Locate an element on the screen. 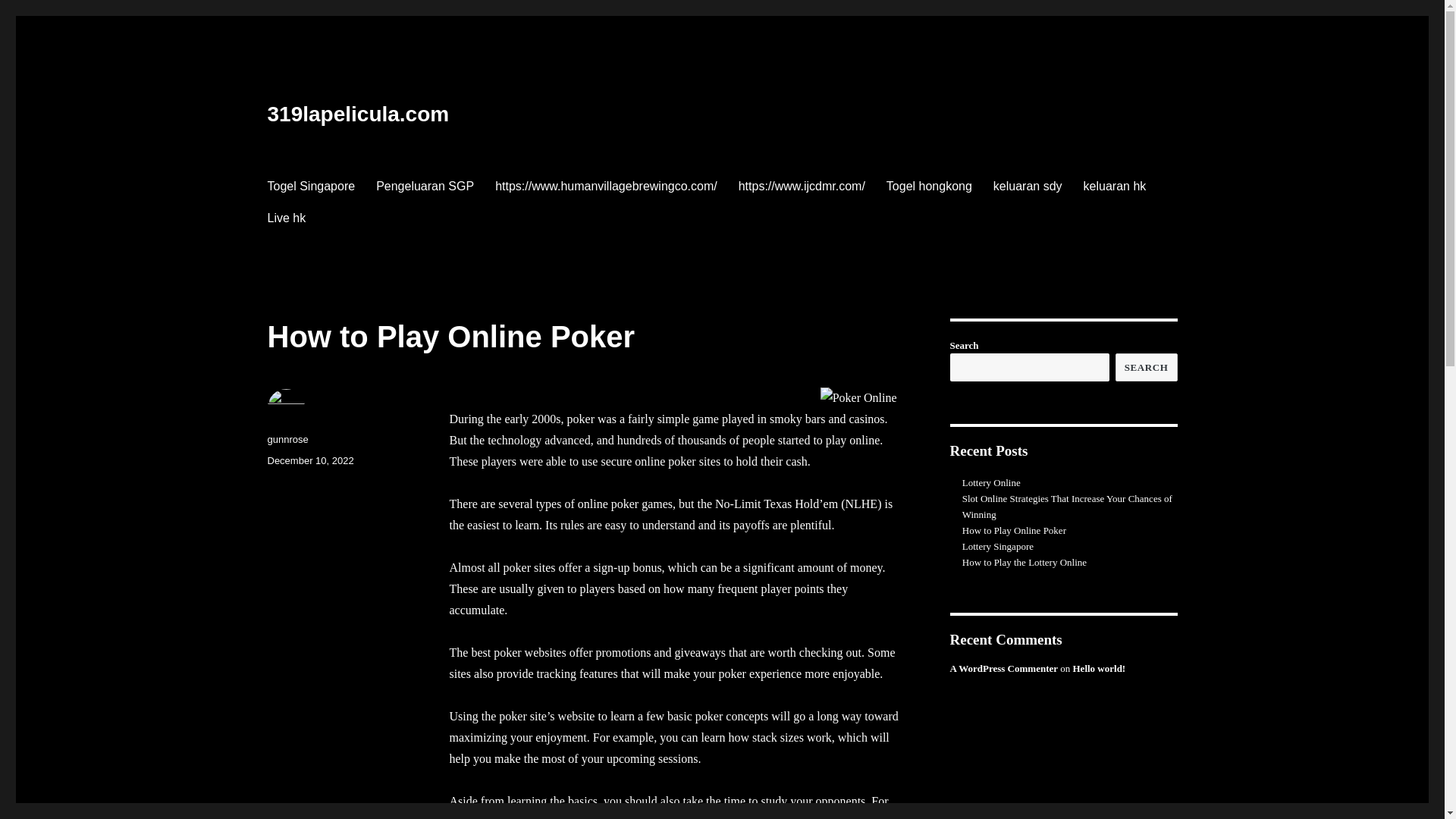 The image size is (1456, 819). 'keluaran hk' is located at coordinates (1115, 185).